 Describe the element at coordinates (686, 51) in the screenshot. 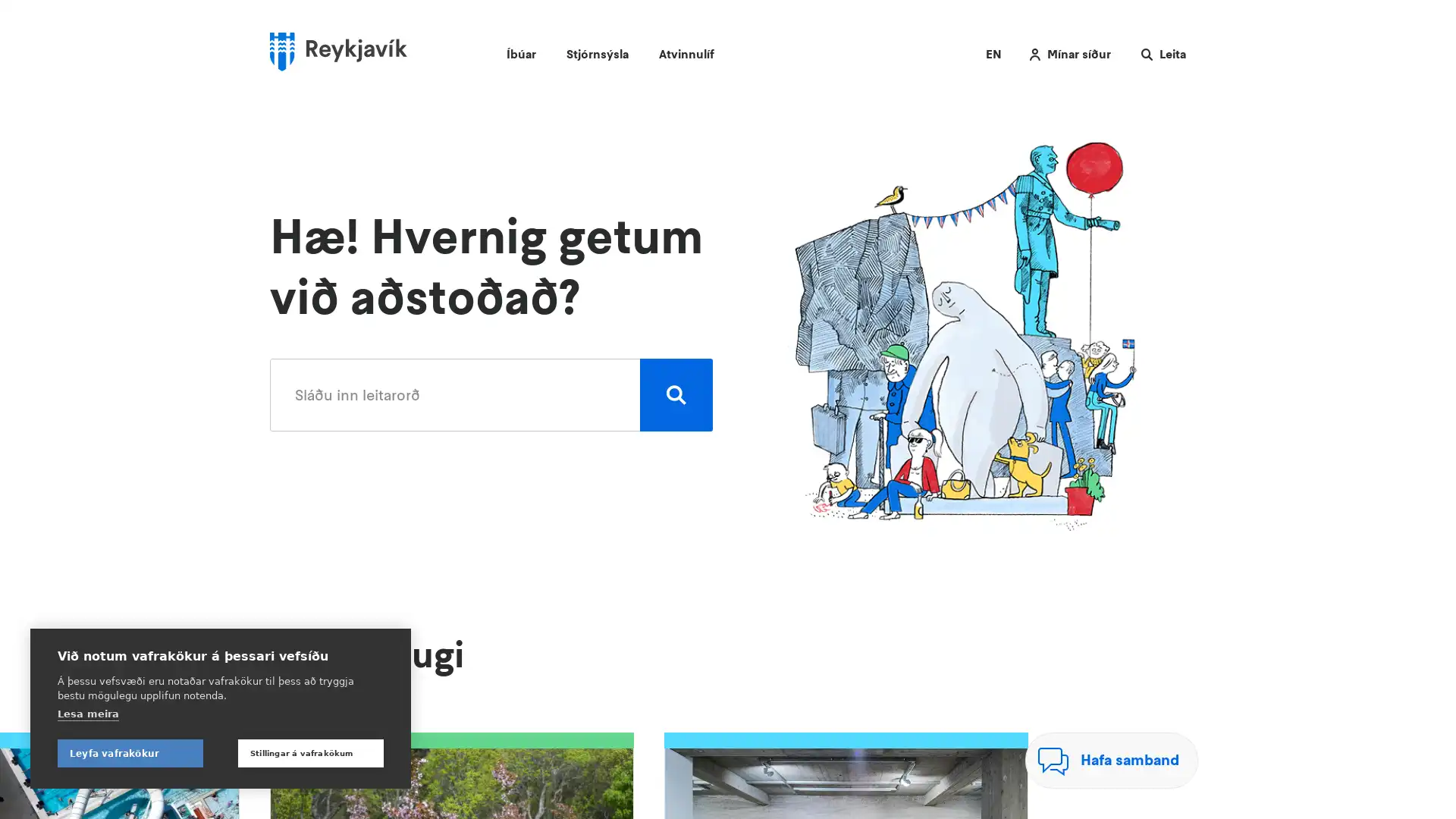

I see `Atvinnulif` at that location.